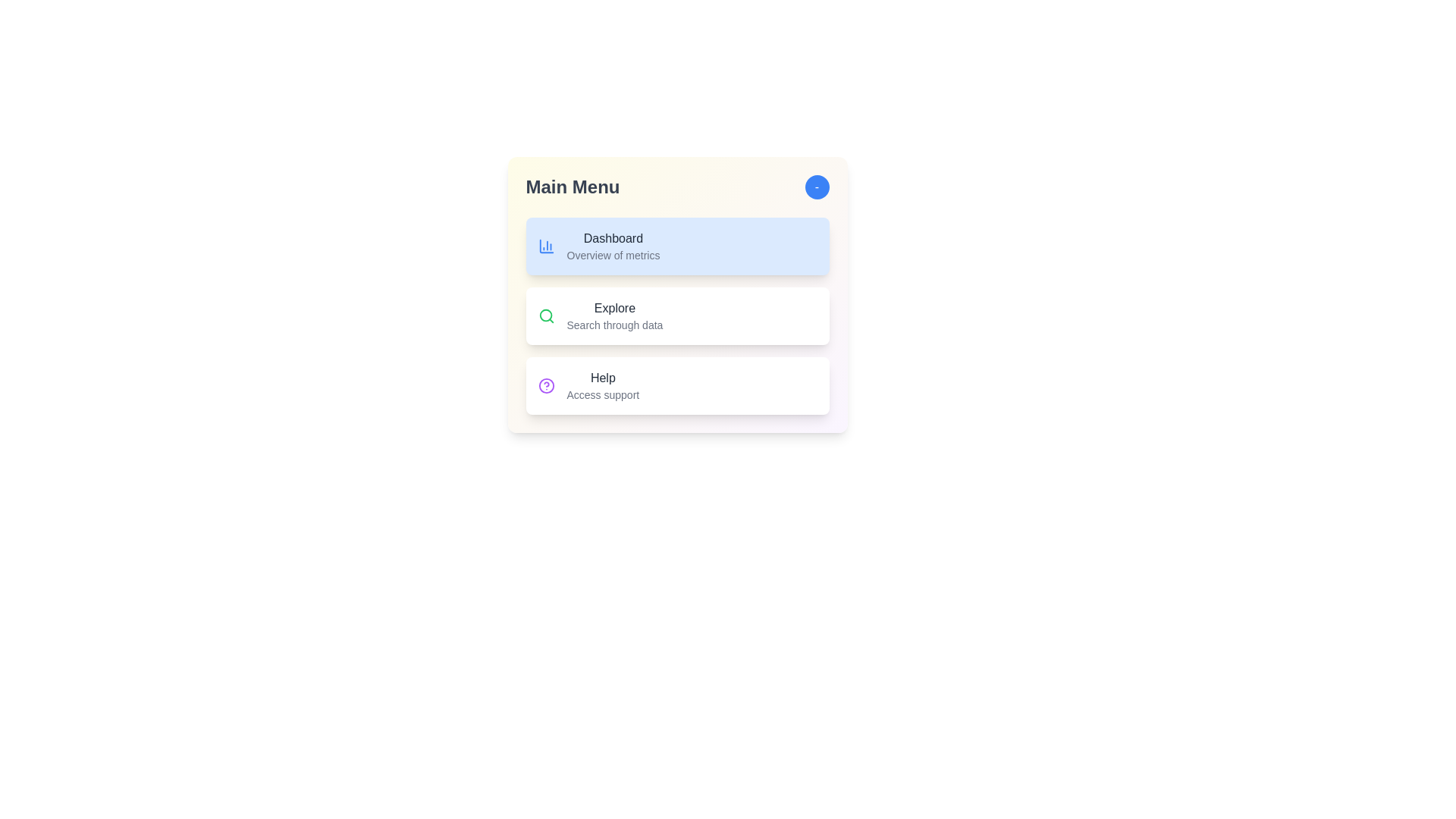 The width and height of the screenshot is (1456, 819). I want to click on the icon for Explore in the menu, so click(546, 315).